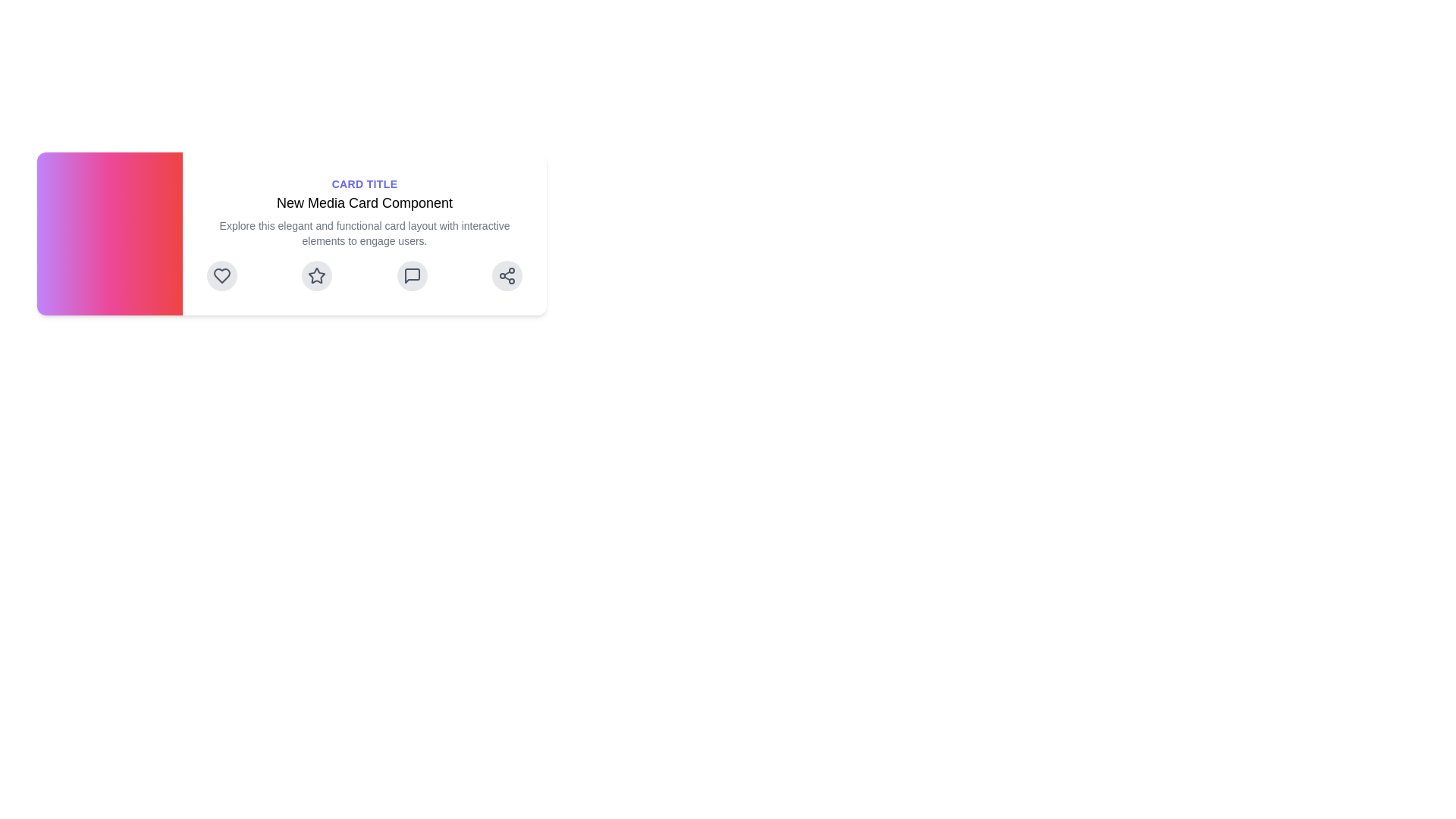 The width and height of the screenshot is (1456, 819). I want to click on the heart-shaped icon located on the far left of the icon group, so click(221, 275).